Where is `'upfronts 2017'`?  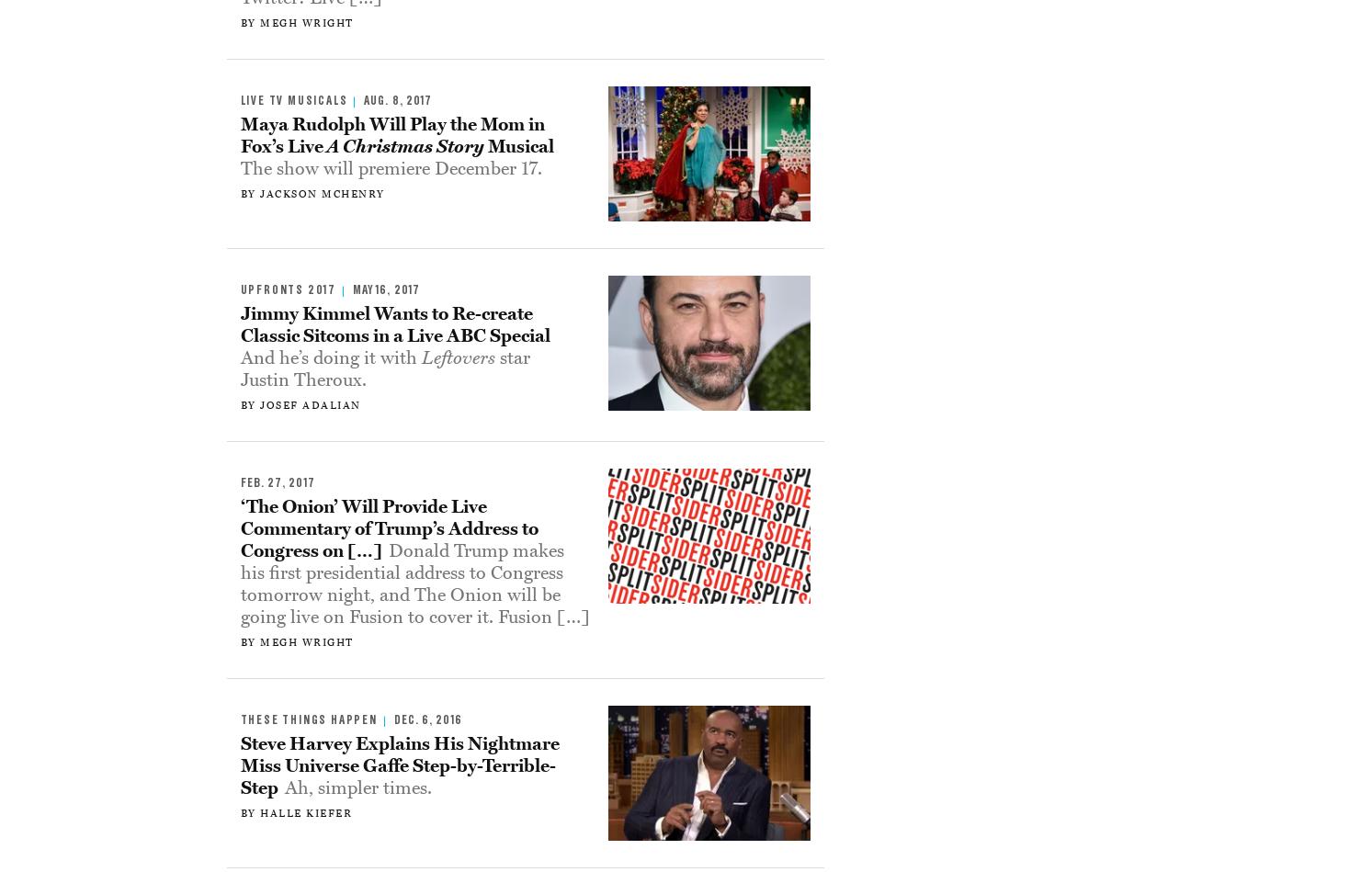 'upfronts 2017' is located at coordinates (287, 289).